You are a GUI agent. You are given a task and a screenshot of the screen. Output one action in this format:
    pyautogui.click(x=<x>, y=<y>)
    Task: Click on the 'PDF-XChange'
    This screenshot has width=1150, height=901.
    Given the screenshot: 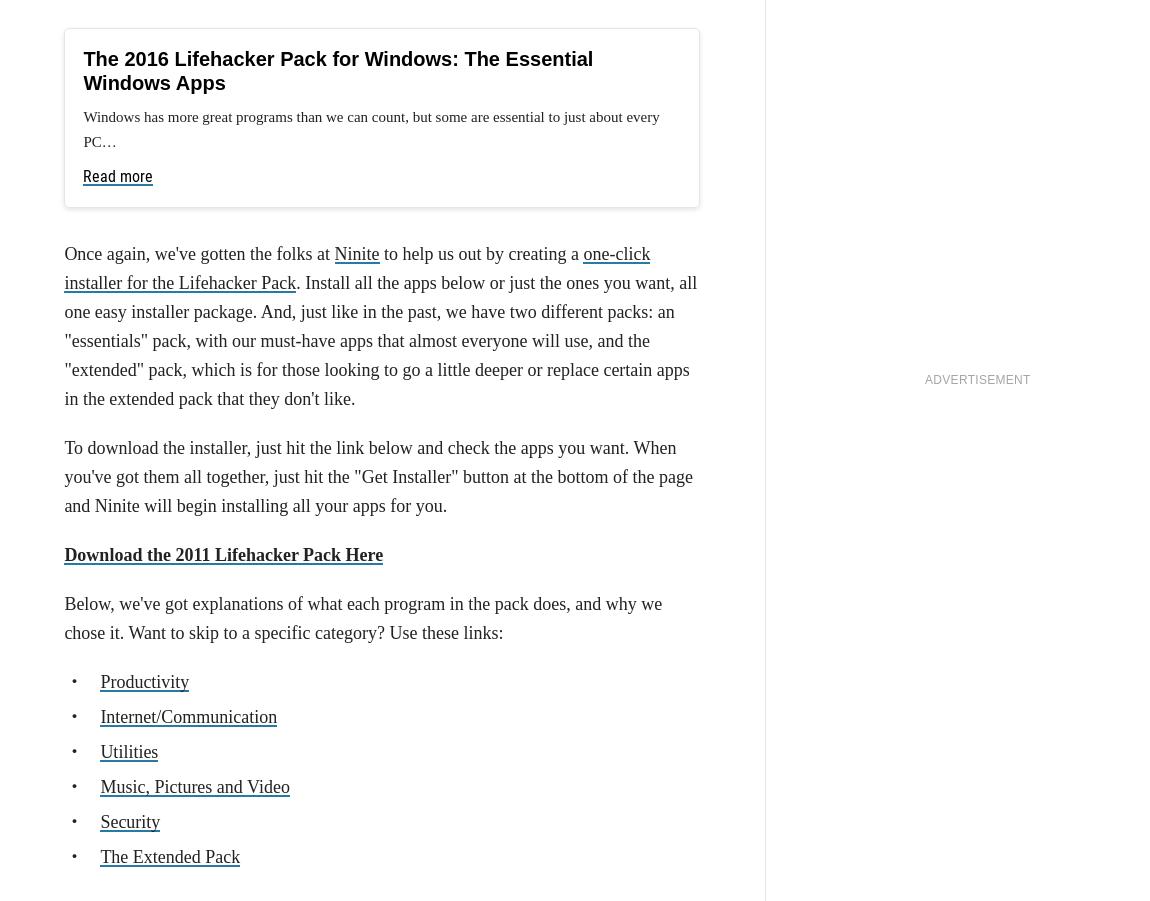 What is the action you would take?
    pyautogui.click(x=440, y=66)
    